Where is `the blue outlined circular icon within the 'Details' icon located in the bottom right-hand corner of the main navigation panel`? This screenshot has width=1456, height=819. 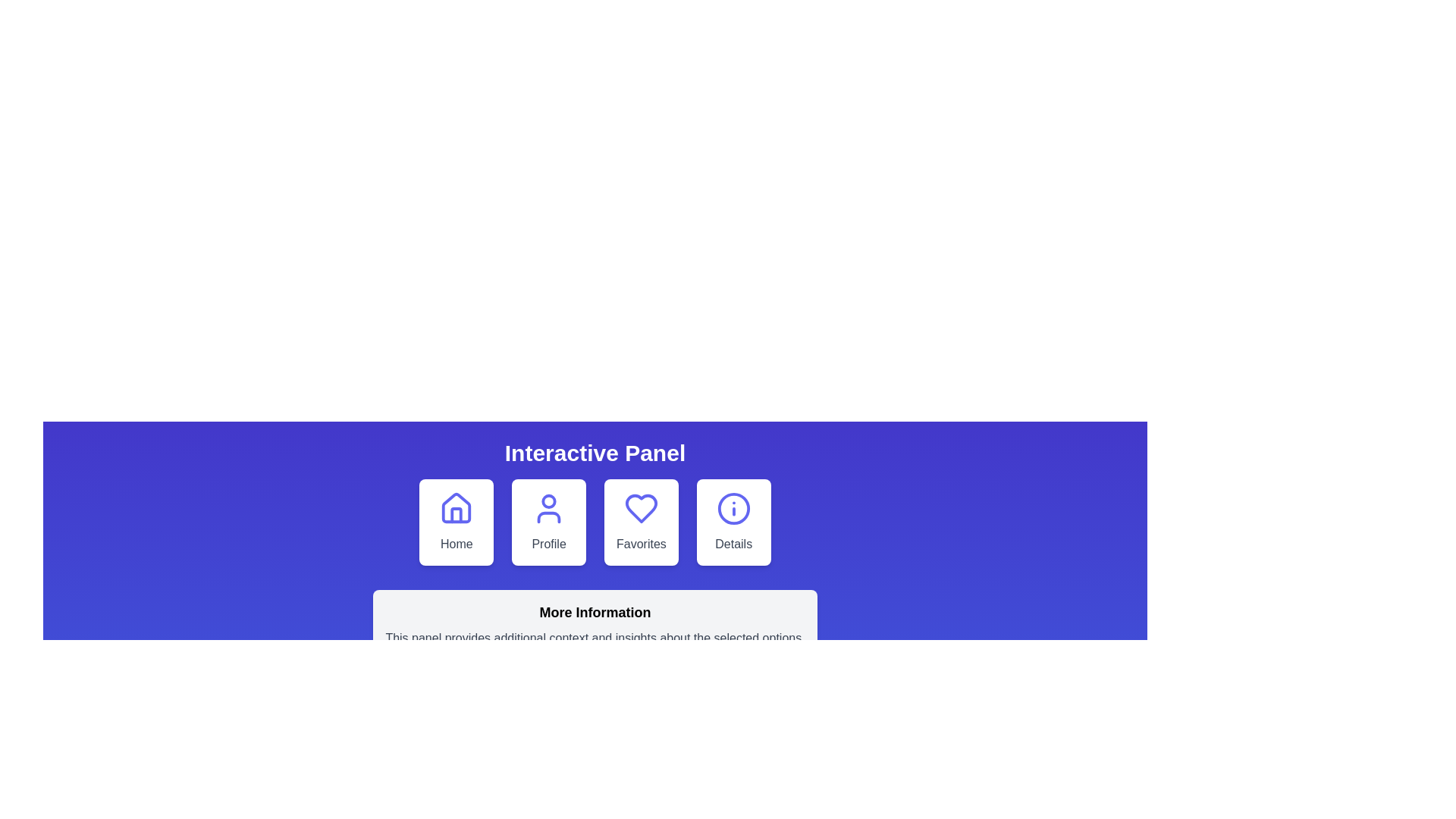 the blue outlined circular icon within the 'Details' icon located in the bottom right-hand corner of the main navigation panel is located at coordinates (733, 509).